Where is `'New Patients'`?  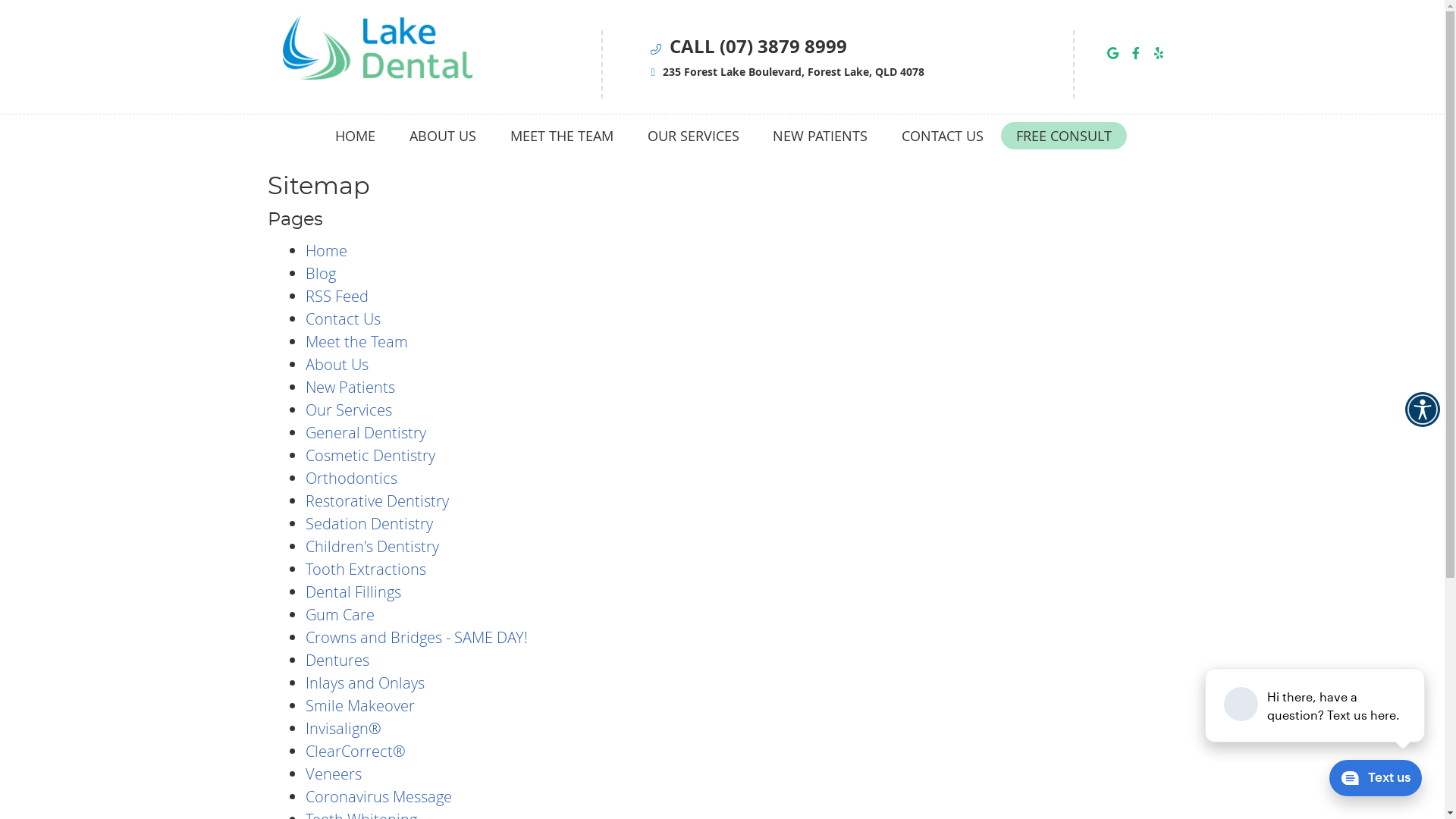
'New Patients' is located at coordinates (348, 386).